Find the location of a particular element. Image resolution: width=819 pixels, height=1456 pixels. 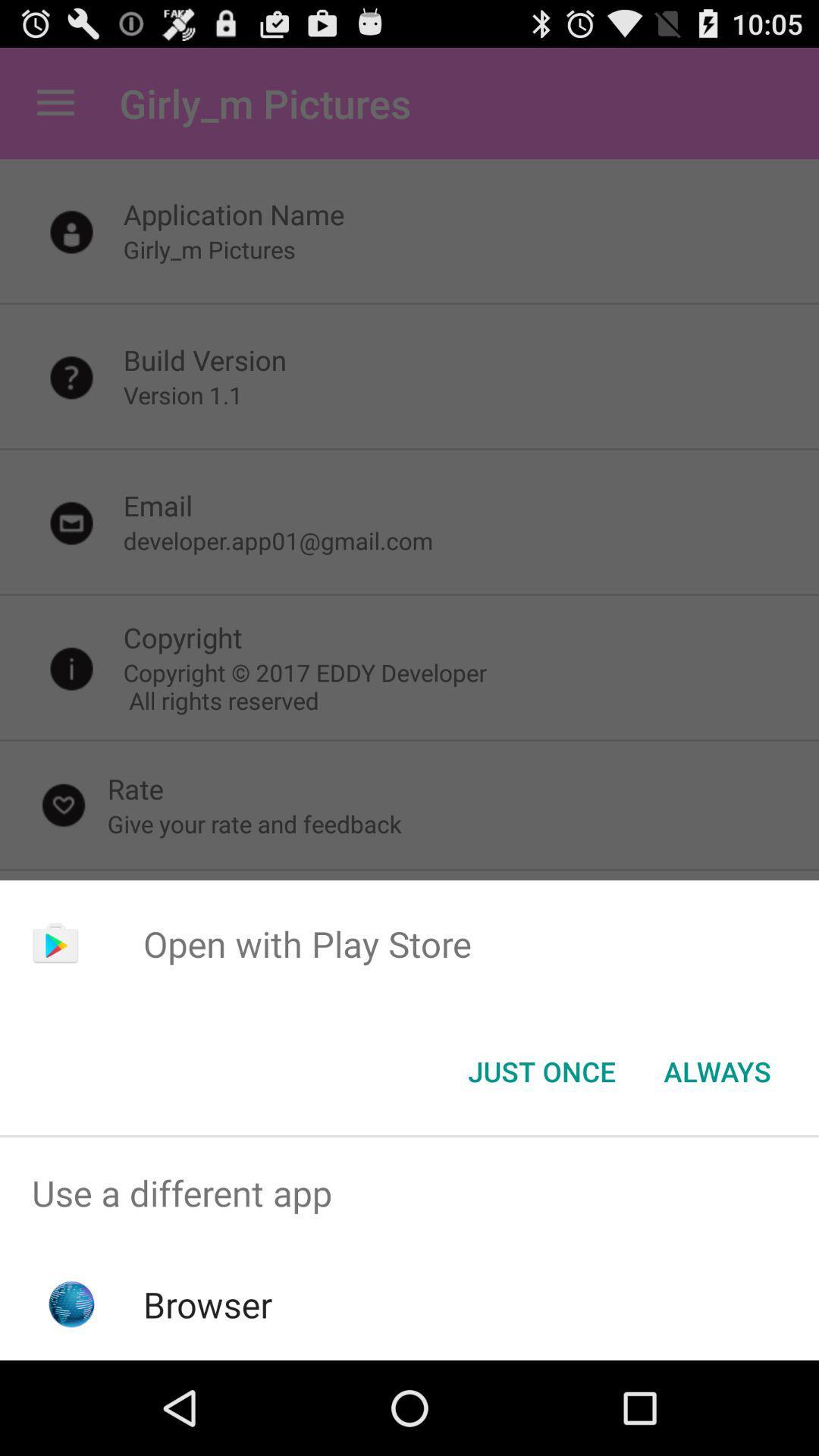

just once is located at coordinates (541, 1070).